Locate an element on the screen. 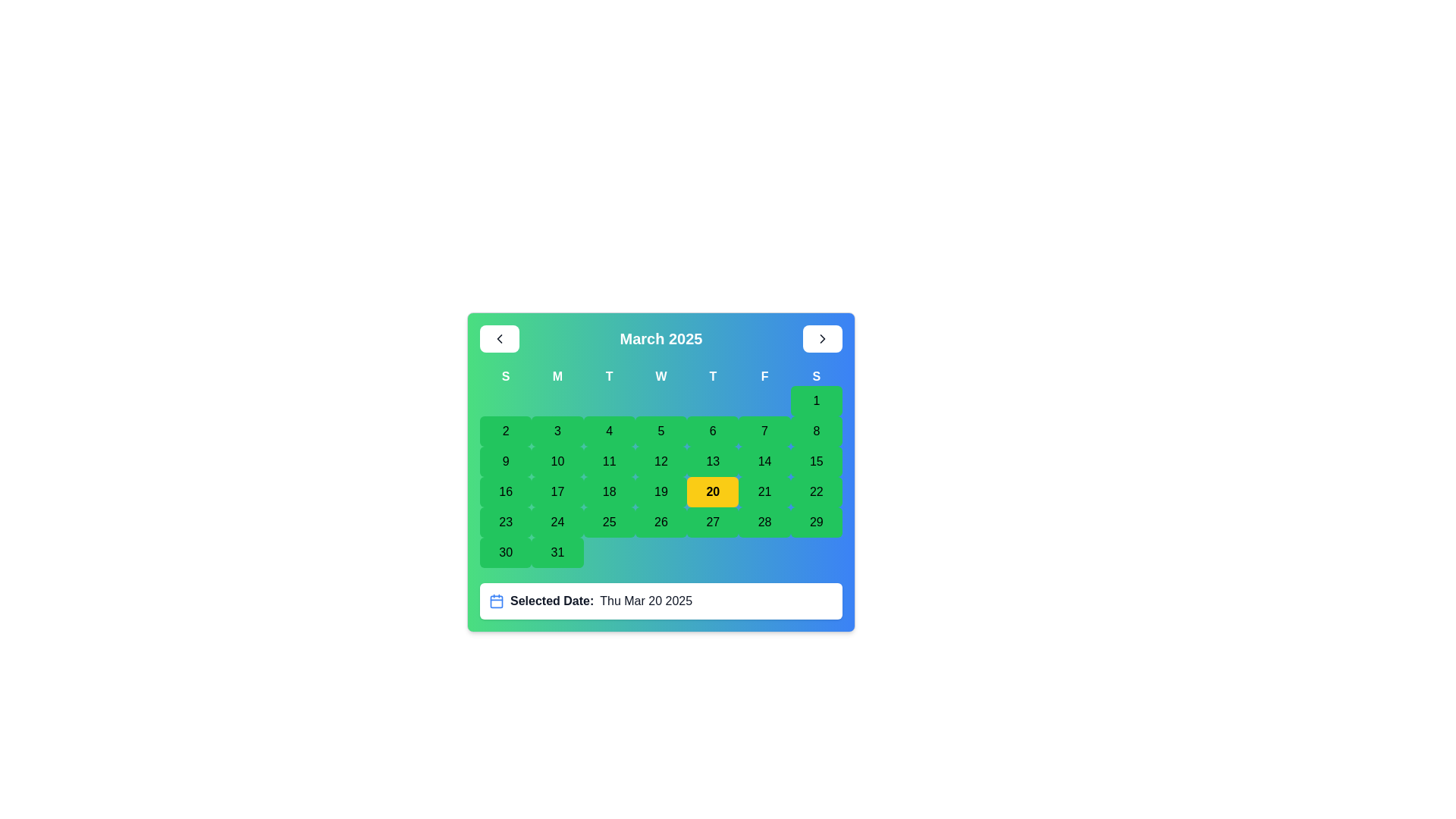 This screenshot has width=1456, height=819. the green button displaying '13' in black text, which is is located at coordinates (712, 461).